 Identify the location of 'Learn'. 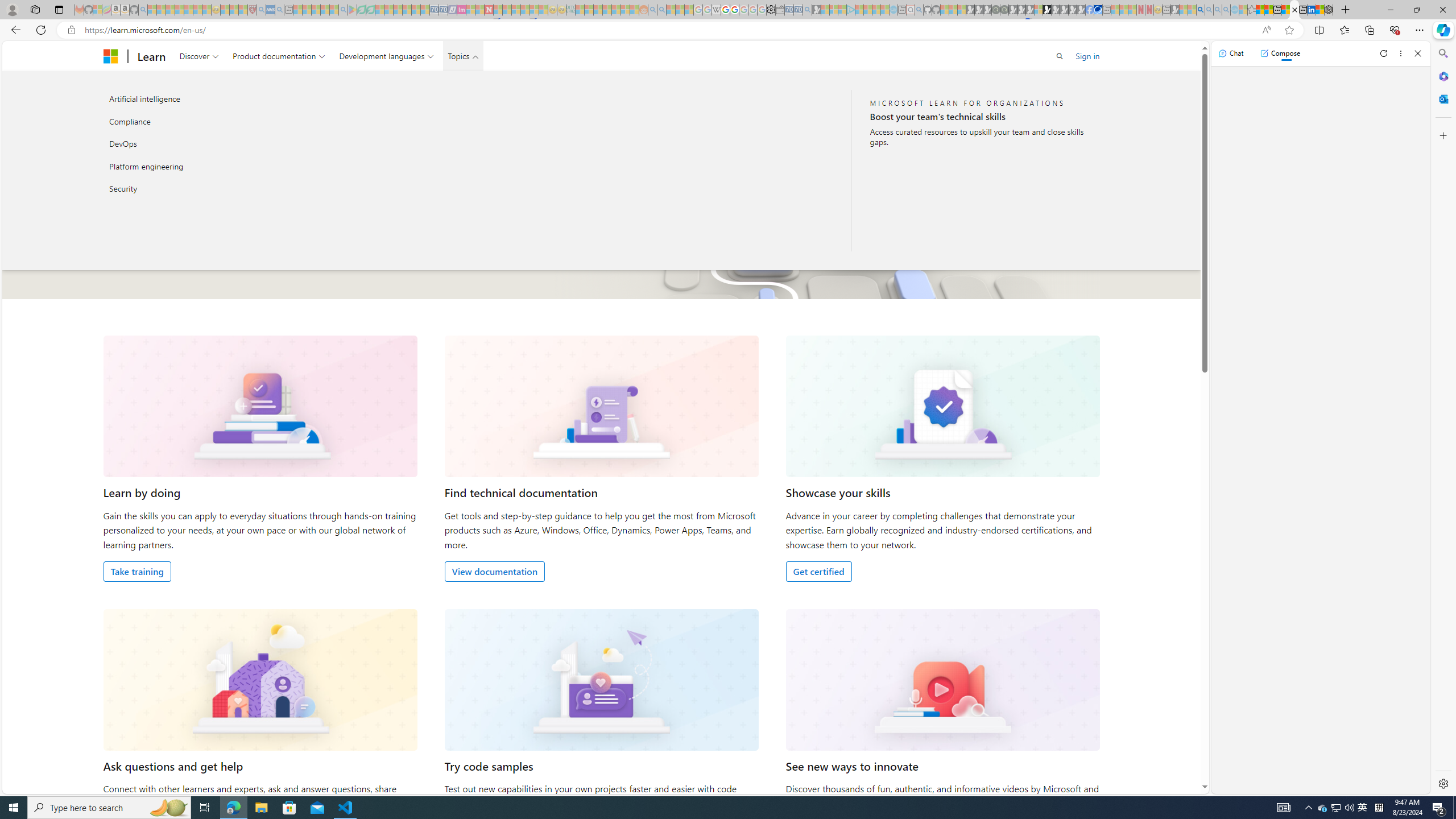
(151, 55).